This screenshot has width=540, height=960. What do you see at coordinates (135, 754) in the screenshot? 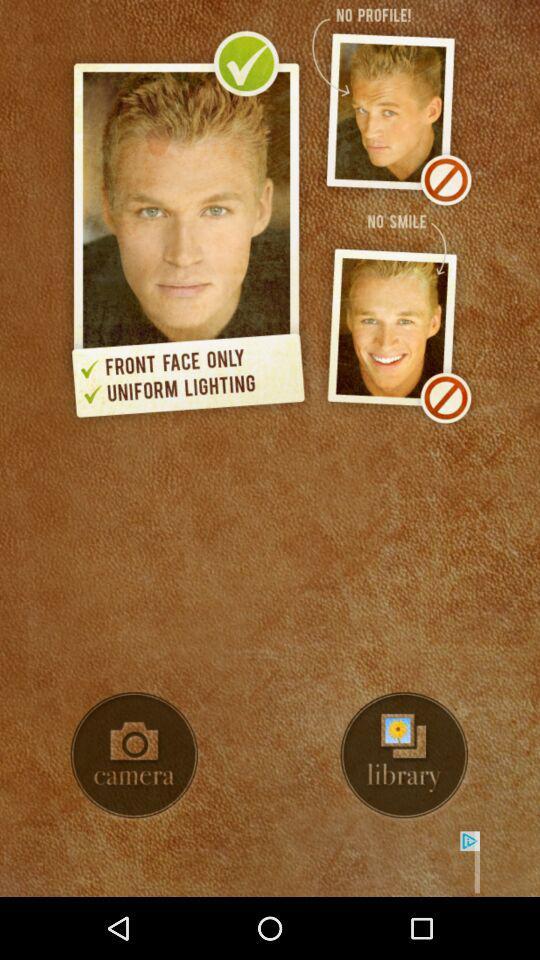
I see `turn on camera` at bounding box center [135, 754].